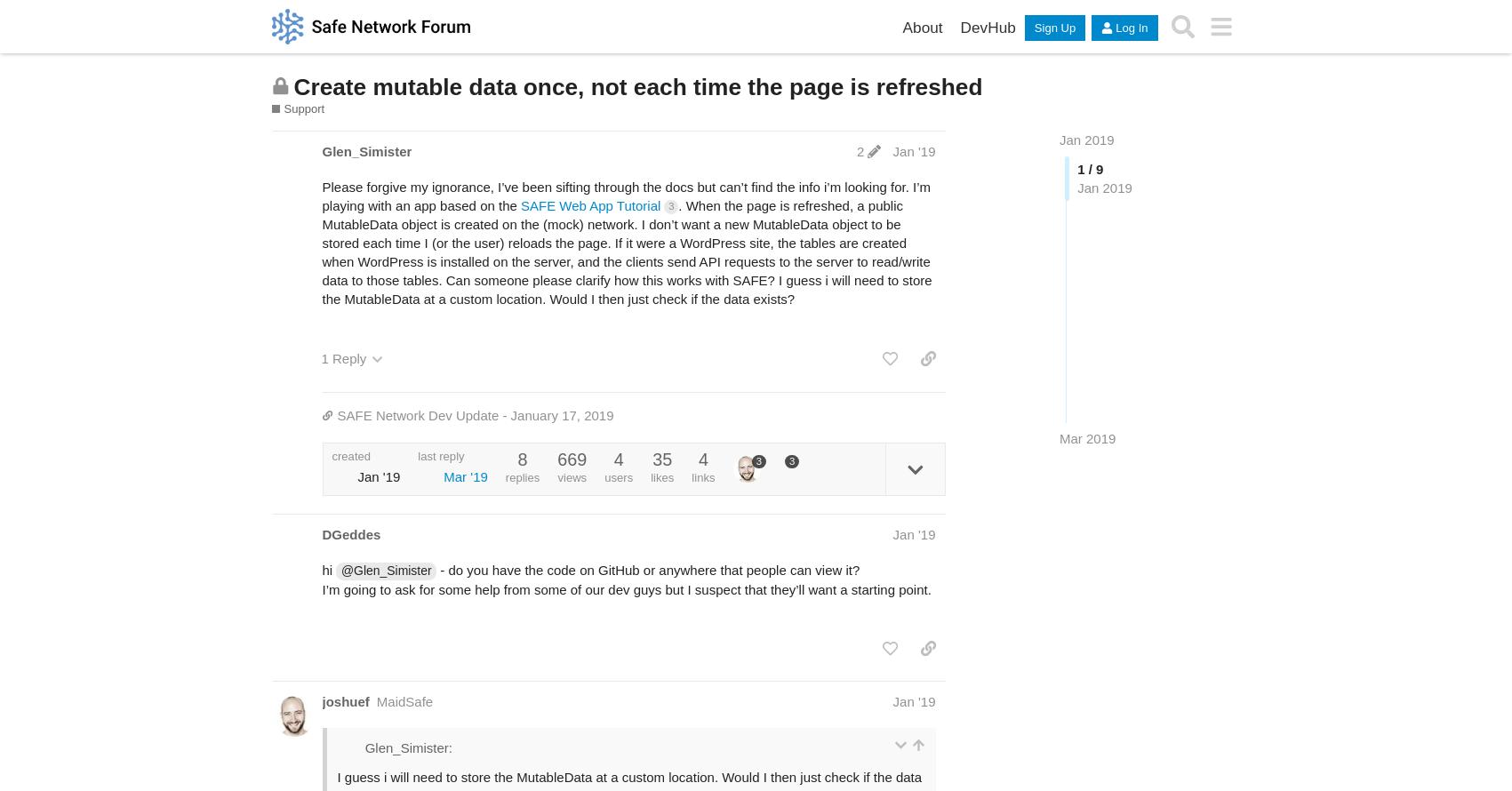 The image size is (1512, 791). Describe the element at coordinates (404, 701) in the screenshot. I see `'MaidSafe'` at that location.